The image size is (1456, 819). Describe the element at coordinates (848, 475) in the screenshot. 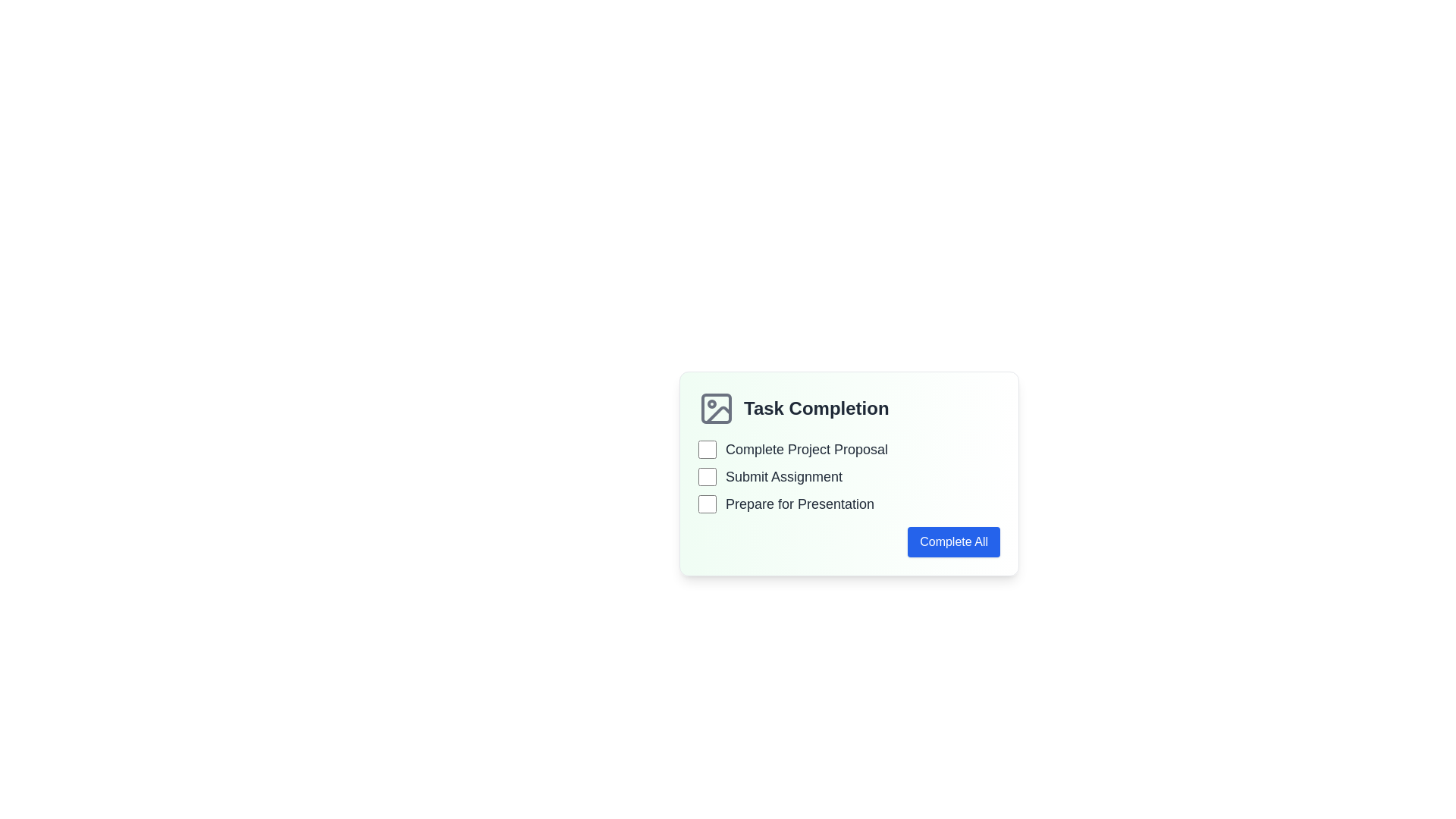

I see `the checkbox for the 'Submit Assignment' task` at that location.